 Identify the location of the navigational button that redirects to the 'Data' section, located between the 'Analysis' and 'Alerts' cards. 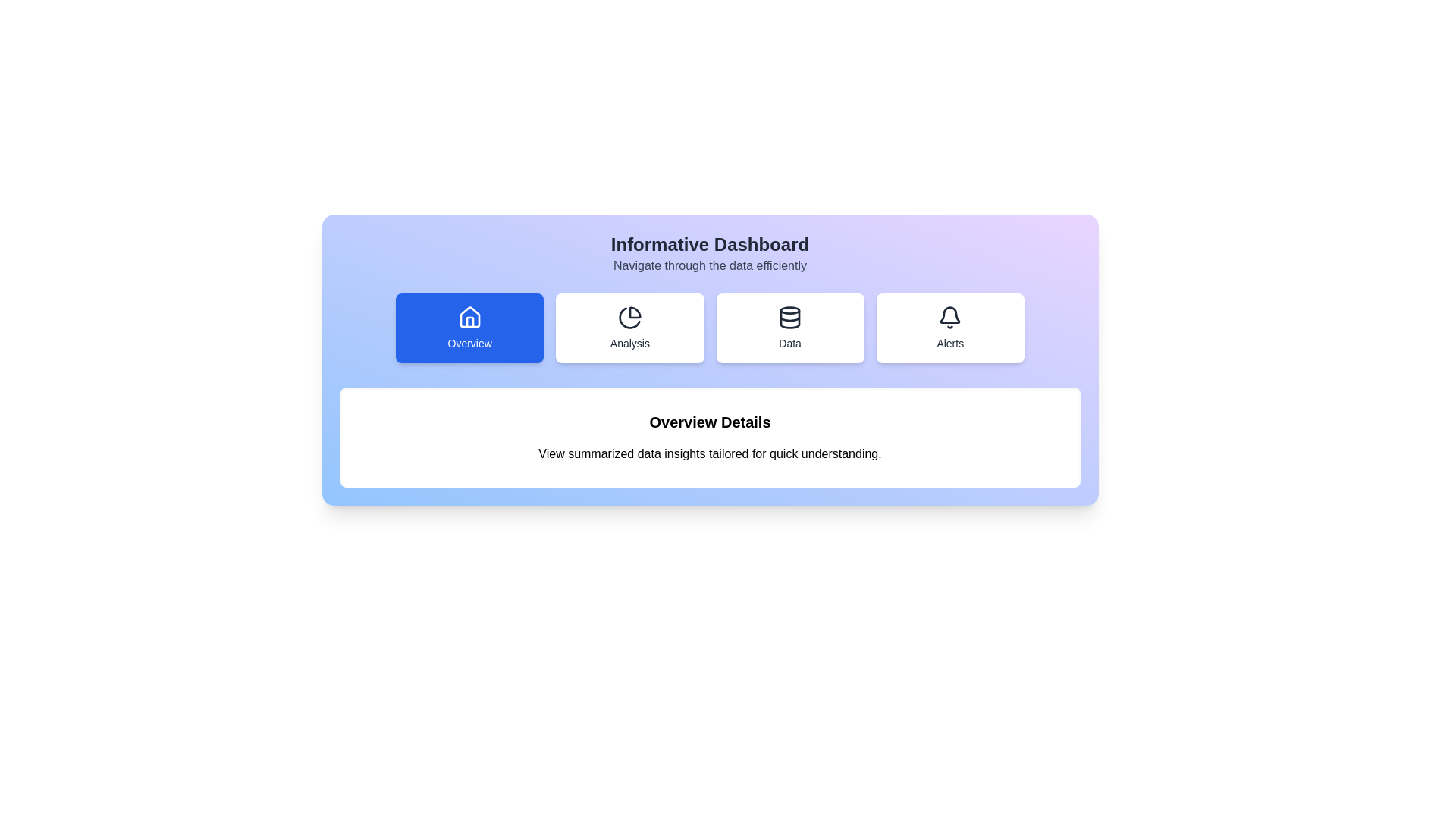
(789, 327).